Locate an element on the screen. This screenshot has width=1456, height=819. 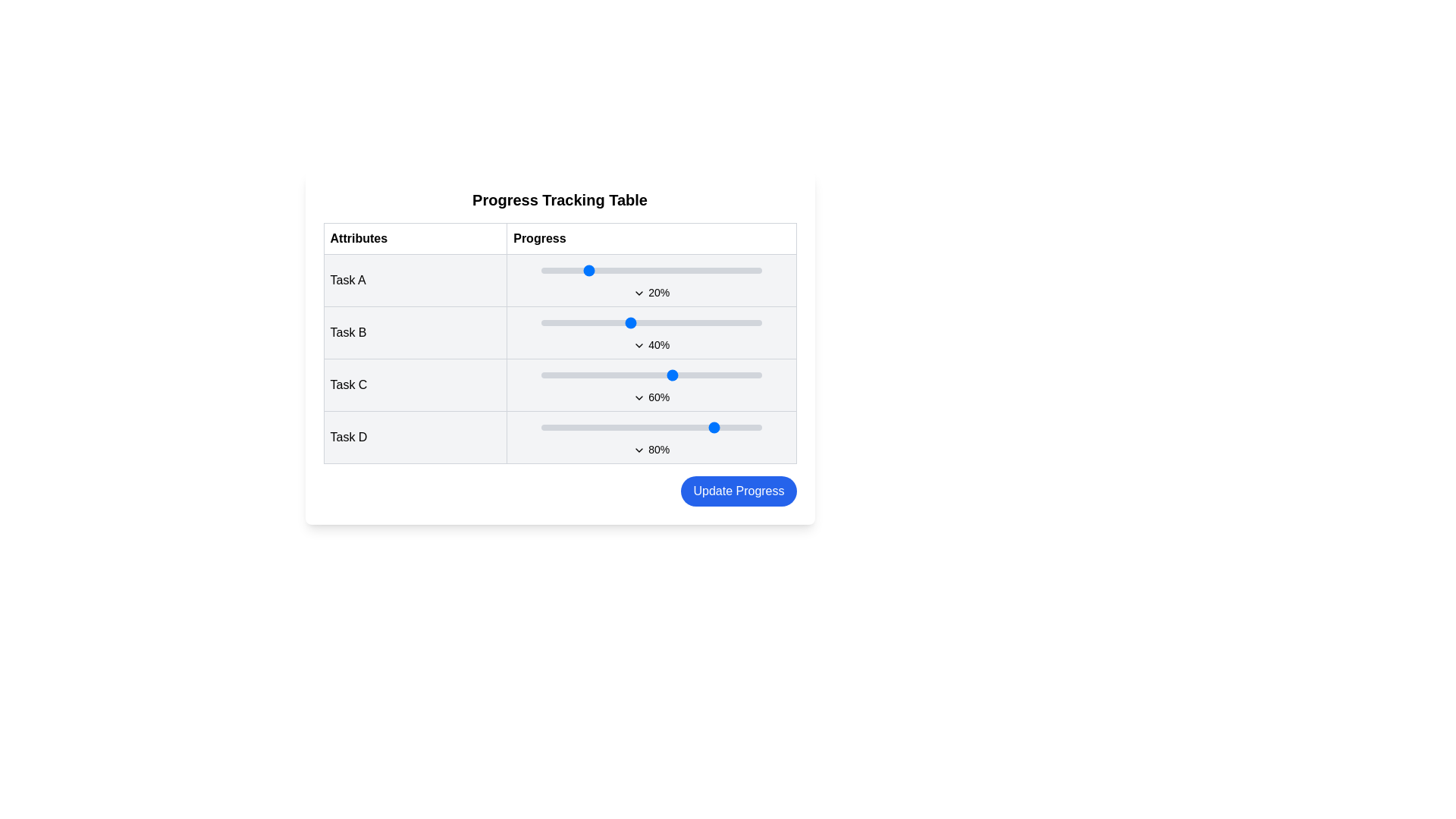
progress value is located at coordinates (618, 270).